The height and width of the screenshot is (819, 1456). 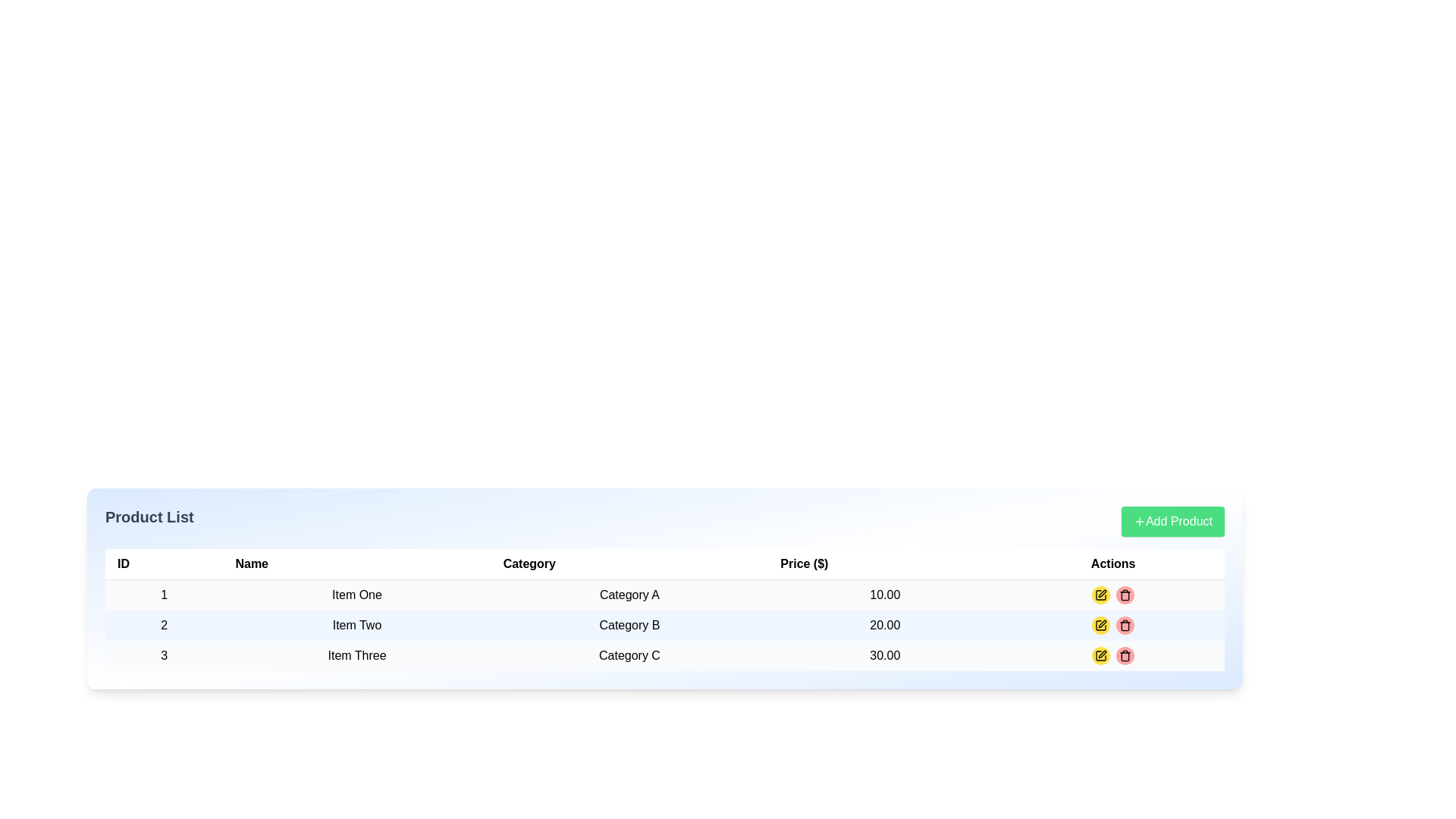 What do you see at coordinates (1101, 654) in the screenshot?
I see `the edit button located in the 'Actions' column of the last row in the product table` at bounding box center [1101, 654].